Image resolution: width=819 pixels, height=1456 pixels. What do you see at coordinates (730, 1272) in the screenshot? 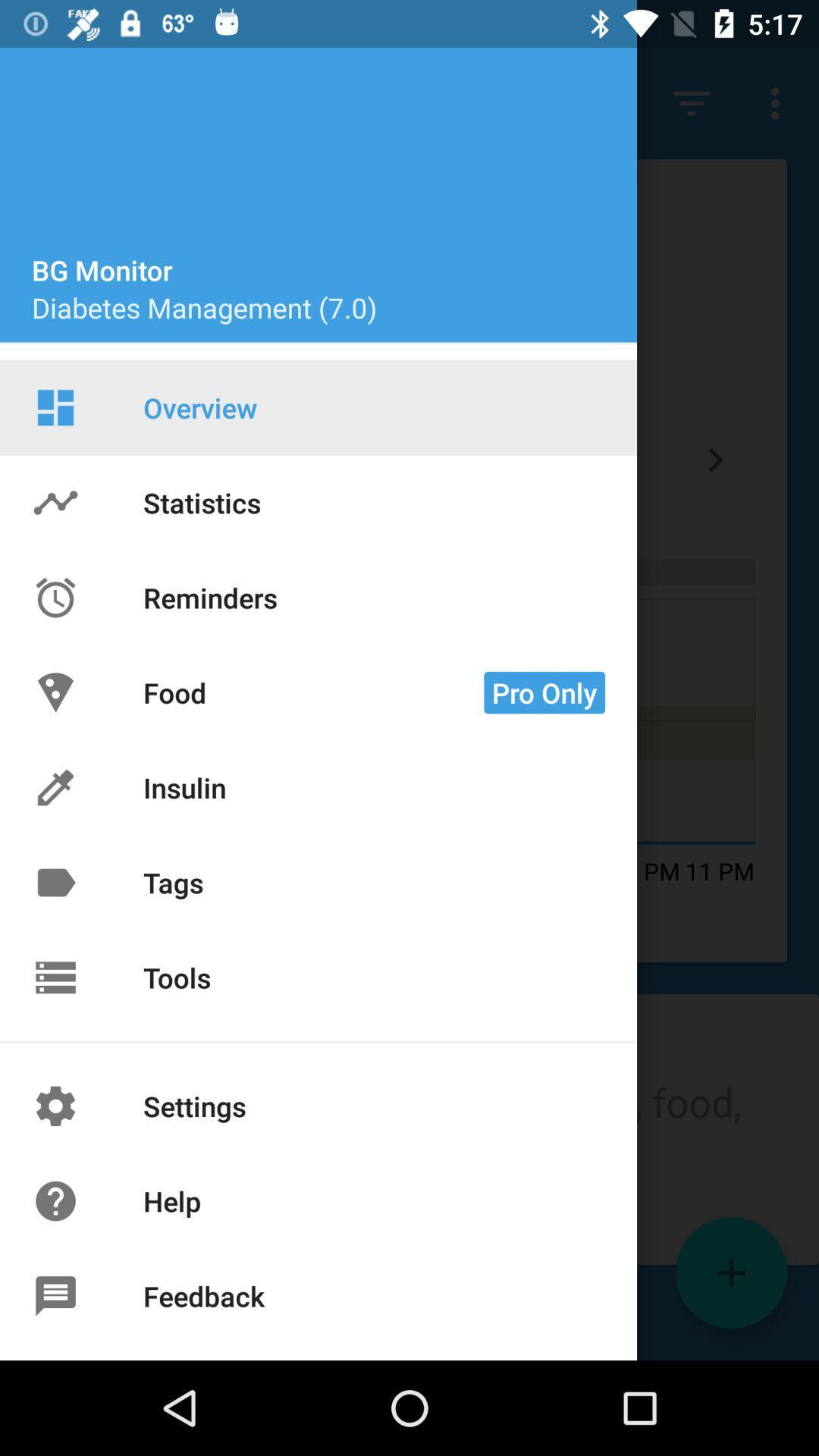
I see `the add icon` at bounding box center [730, 1272].